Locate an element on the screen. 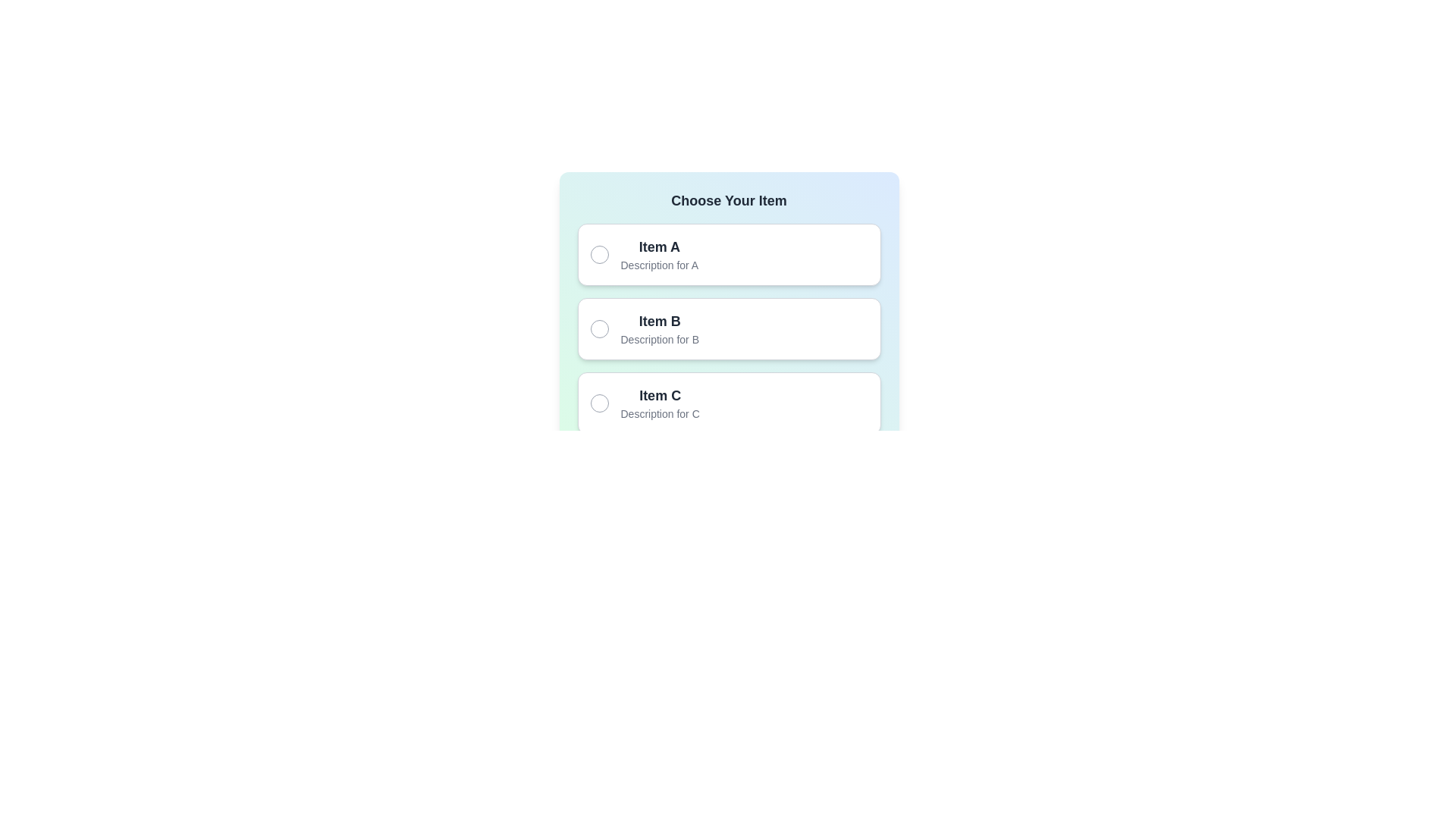 The height and width of the screenshot is (819, 1456). the radio button that serves as the select indicator for 'Item B' is located at coordinates (598, 328).